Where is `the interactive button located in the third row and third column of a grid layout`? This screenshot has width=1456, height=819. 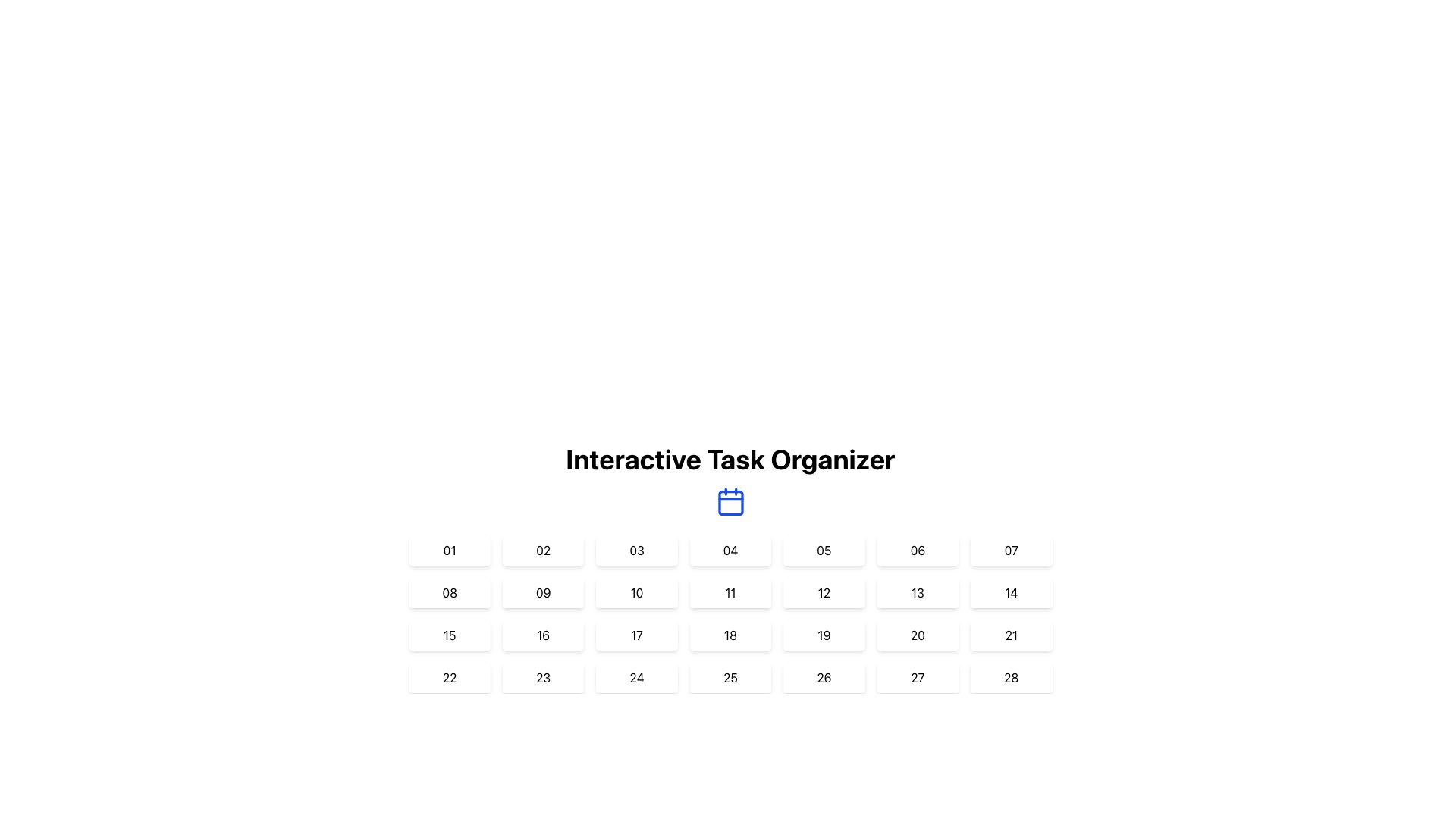 the interactive button located in the third row and third column of a grid layout is located at coordinates (637, 635).